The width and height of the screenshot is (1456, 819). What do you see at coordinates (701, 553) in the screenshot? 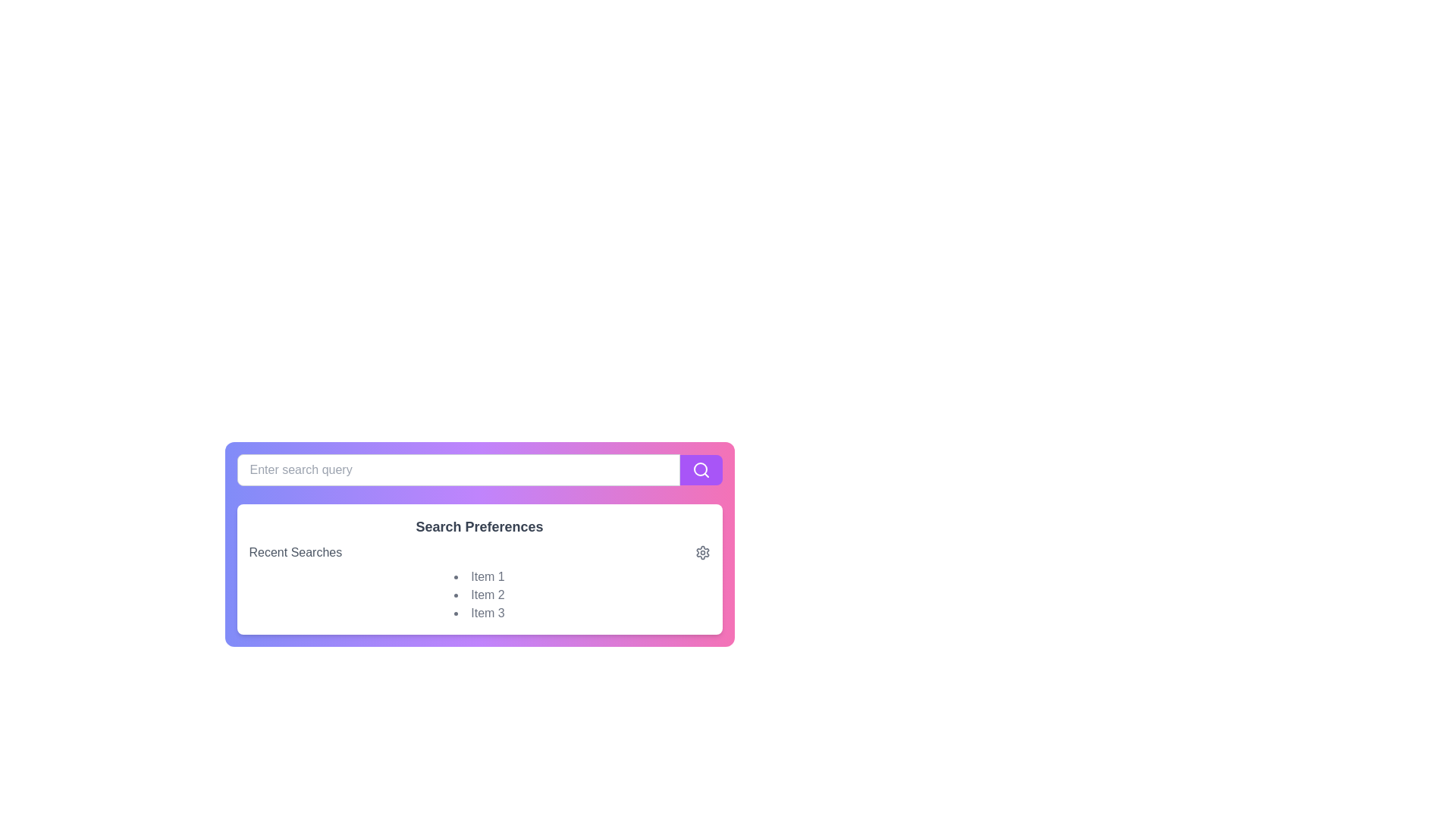
I see `the cogwheel-shaped settings icon displayed in gray` at bounding box center [701, 553].